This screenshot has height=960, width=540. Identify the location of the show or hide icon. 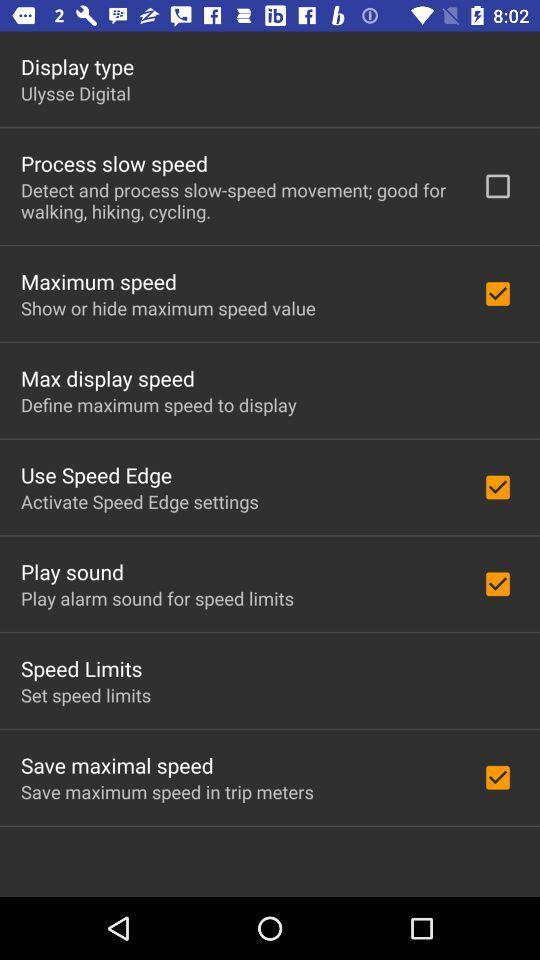
(167, 308).